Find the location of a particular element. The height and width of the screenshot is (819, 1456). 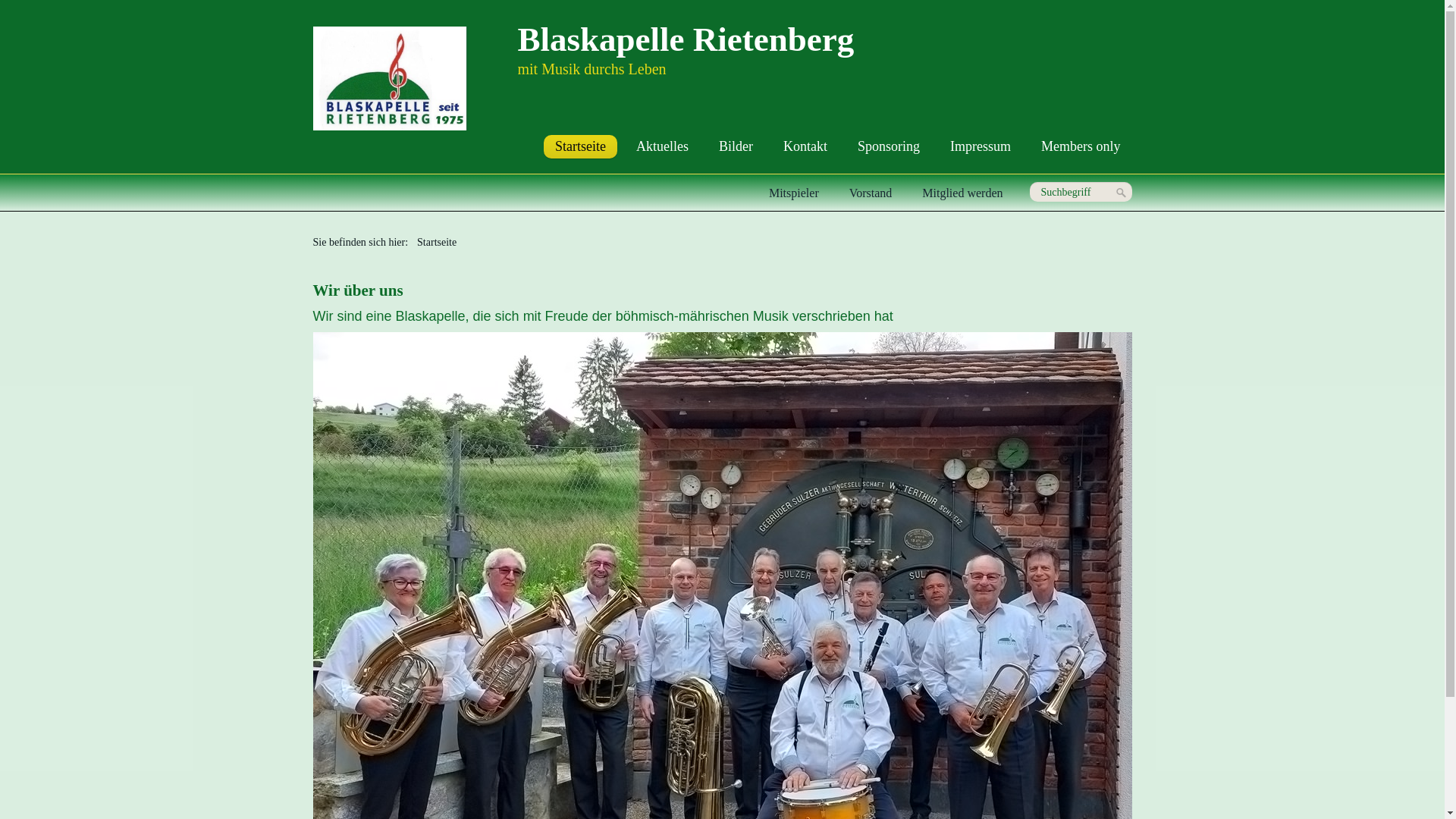

'Aktuelles' is located at coordinates (662, 146).